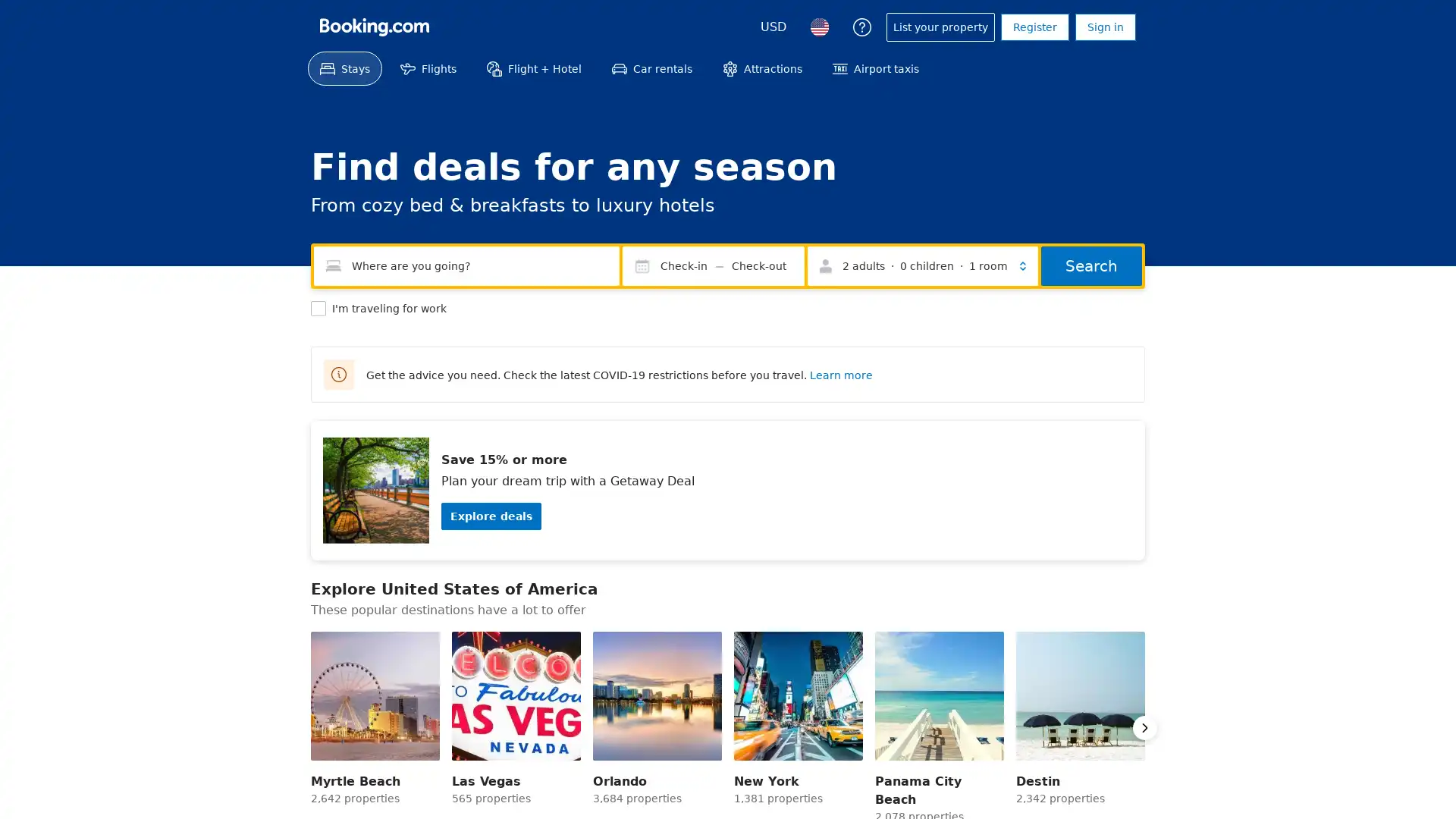  I want to click on Choose your language. Your current language is English (US), so click(818, 27).